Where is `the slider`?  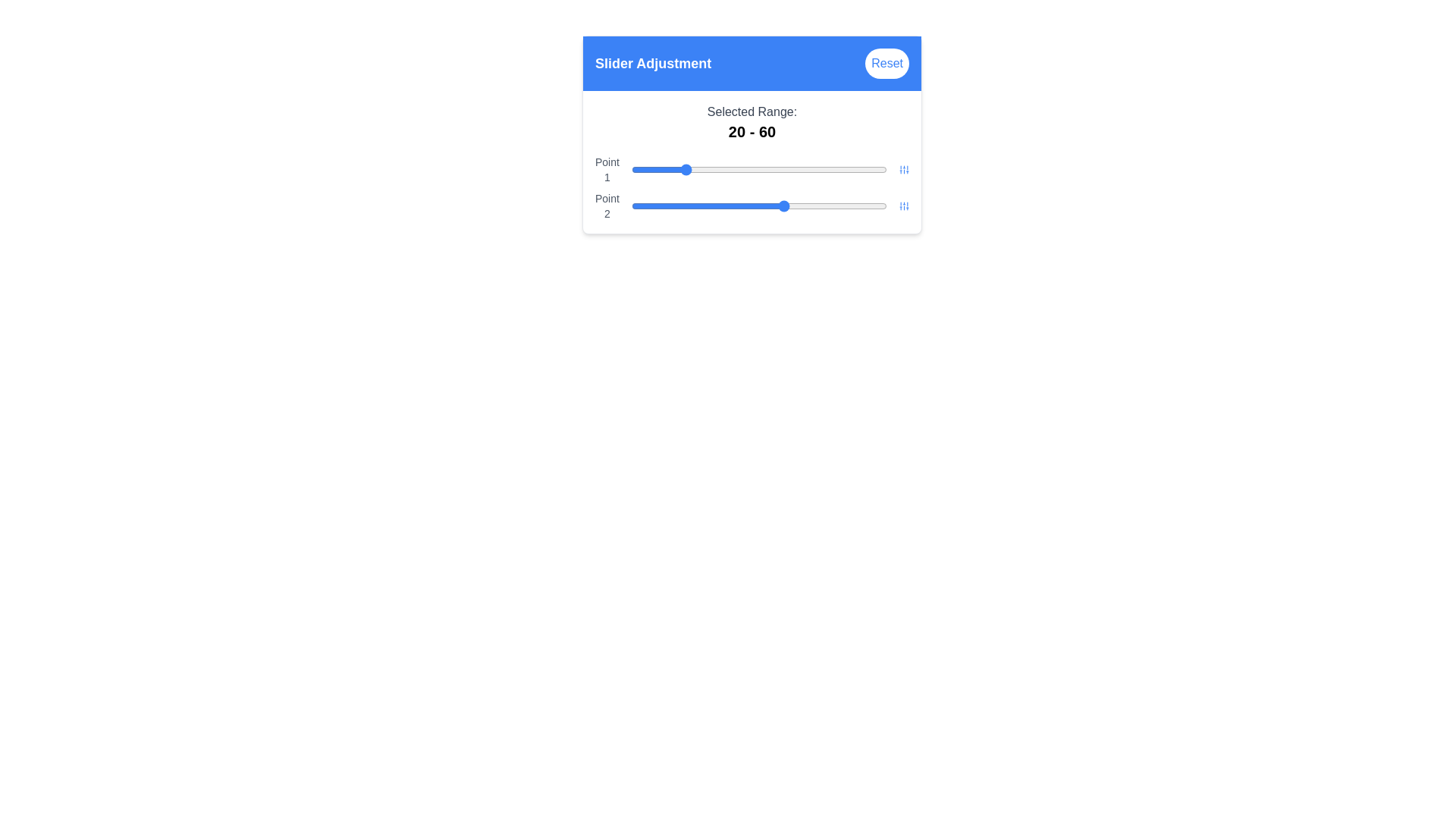
the slider is located at coordinates (780, 206).